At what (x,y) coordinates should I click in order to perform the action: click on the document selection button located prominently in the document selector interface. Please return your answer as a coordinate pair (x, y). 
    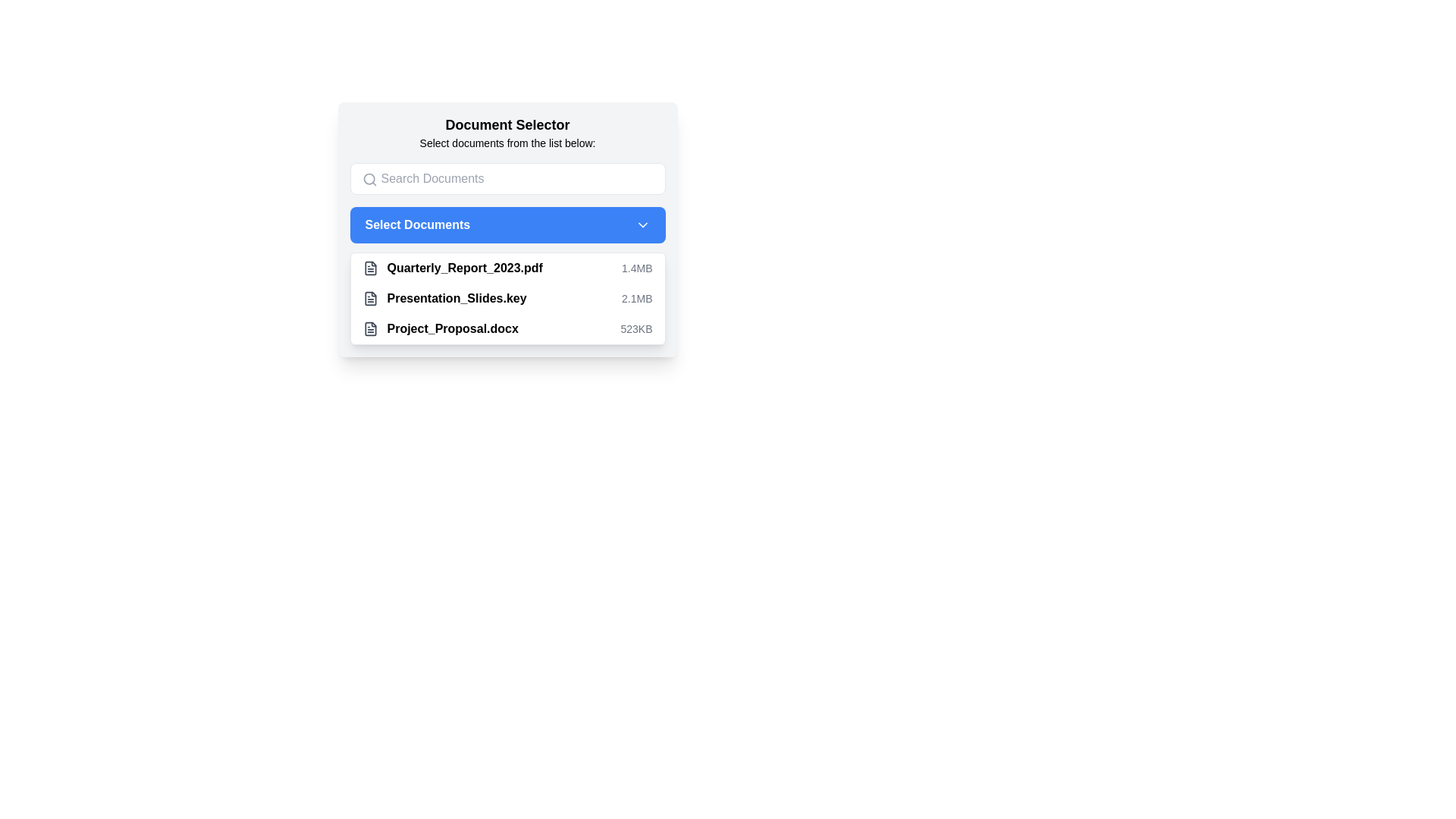
    Looking at the image, I should click on (507, 230).